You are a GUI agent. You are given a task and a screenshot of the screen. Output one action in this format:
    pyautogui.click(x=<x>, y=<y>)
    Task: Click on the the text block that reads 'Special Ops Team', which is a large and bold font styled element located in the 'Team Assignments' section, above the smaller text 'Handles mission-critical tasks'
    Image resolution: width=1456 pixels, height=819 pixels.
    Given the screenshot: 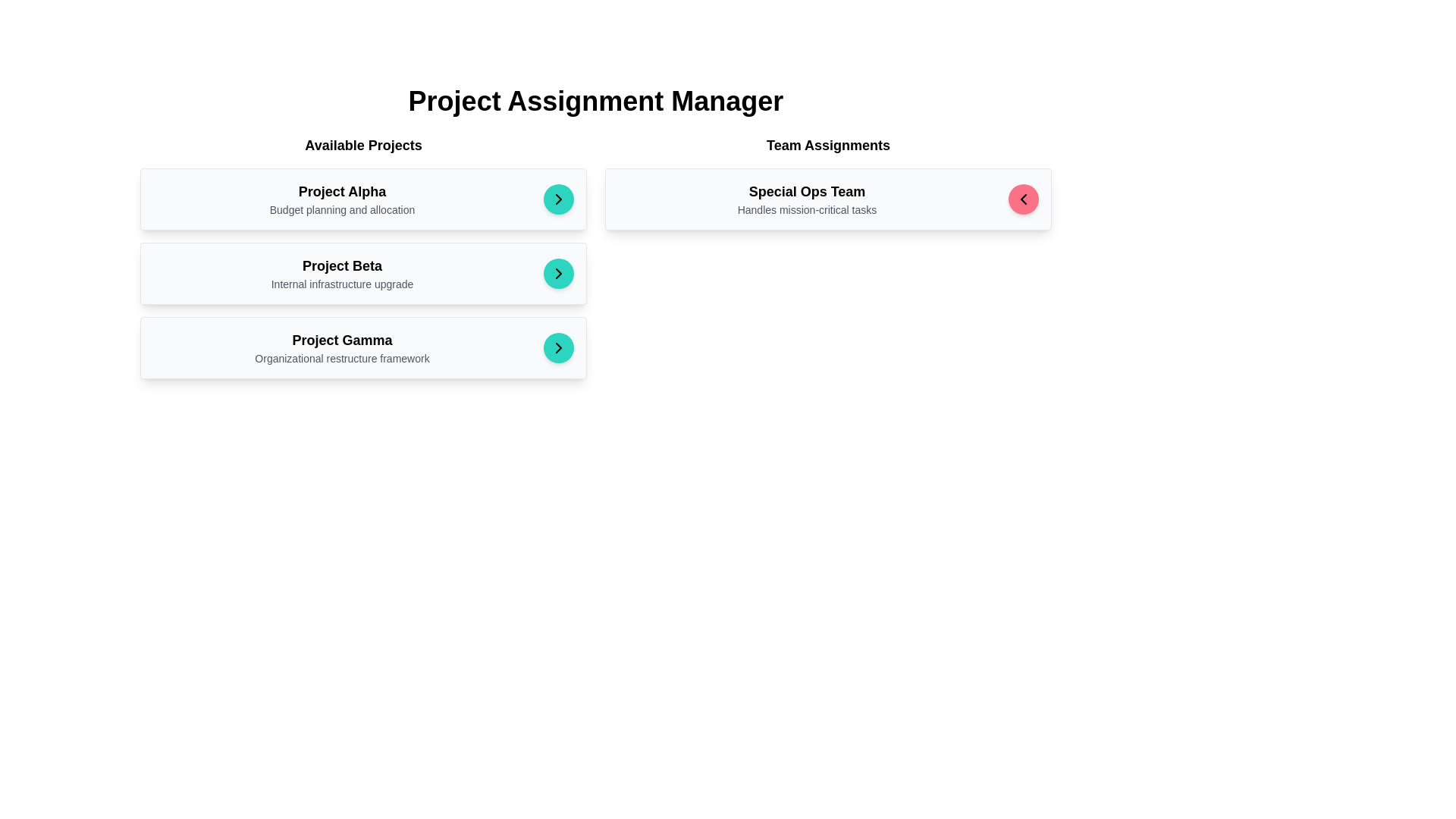 What is the action you would take?
    pyautogui.click(x=806, y=191)
    